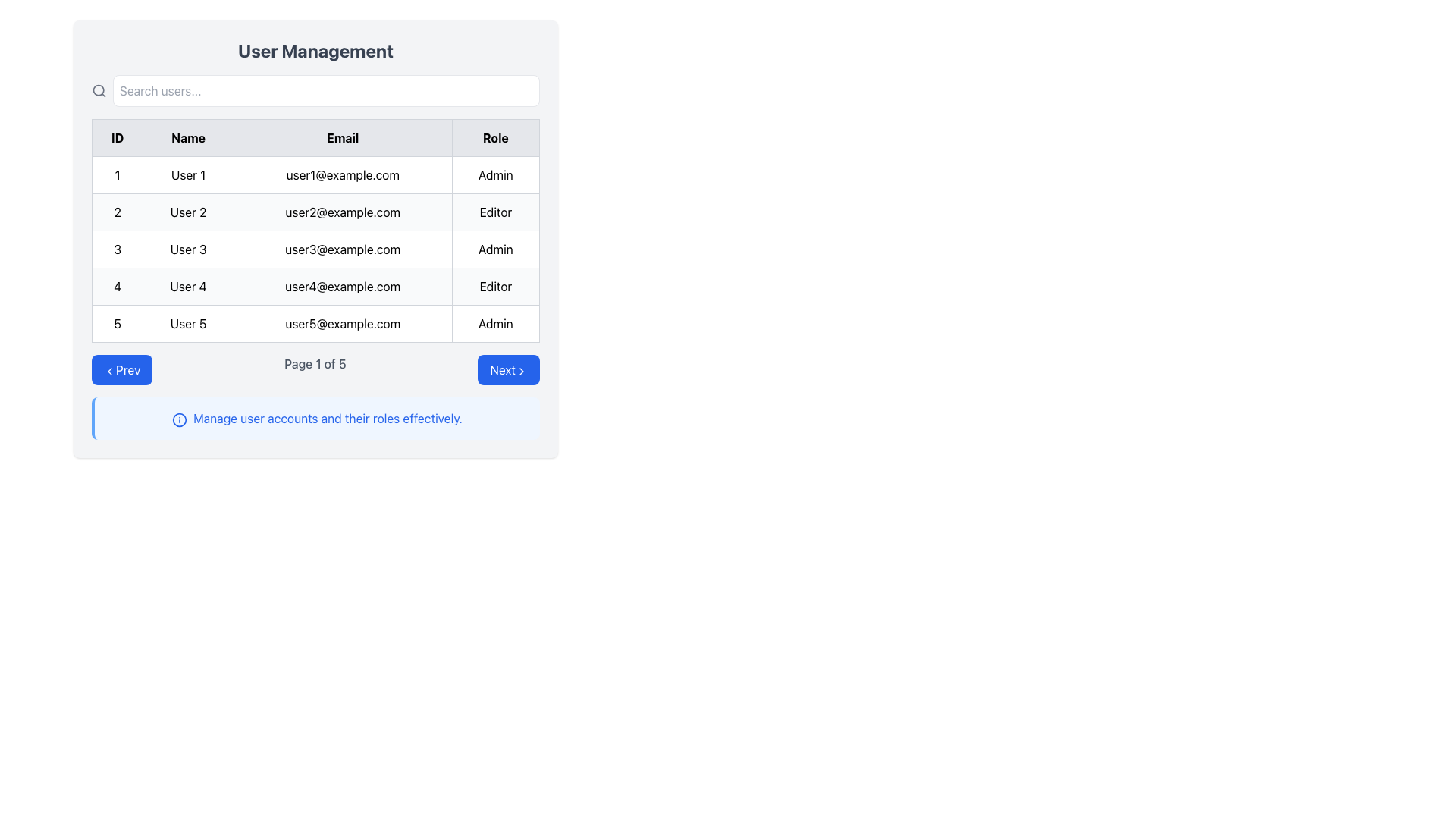 This screenshot has height=819, width=1456. What do you see at coordinates (122, 370) in the screenshot?
I see `the left-most pagination button located to the left of the text 'Page 1 of 5'` at bounding box center [122, 370].